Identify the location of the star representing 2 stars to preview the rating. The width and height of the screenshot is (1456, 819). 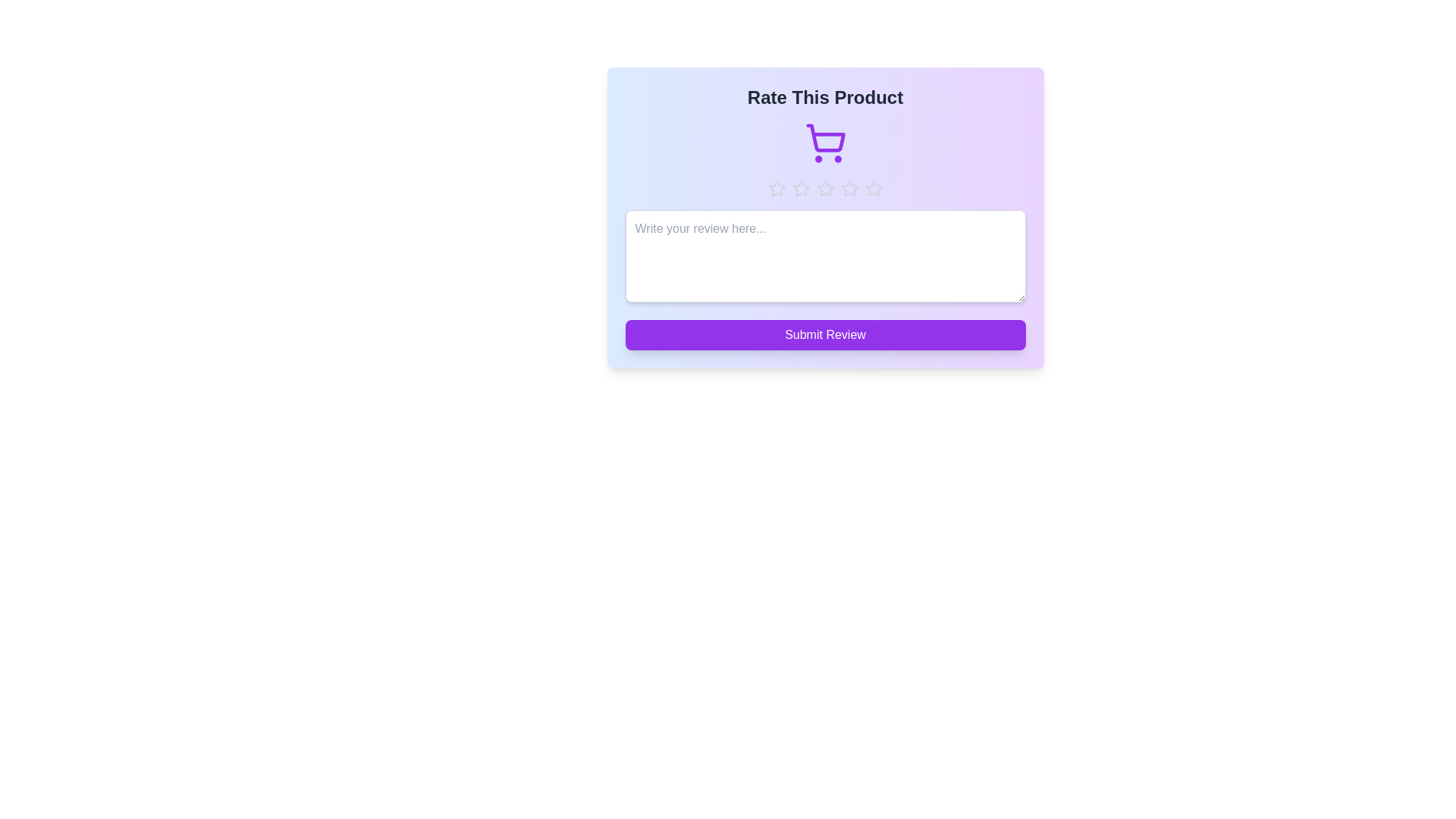
(800, 188).